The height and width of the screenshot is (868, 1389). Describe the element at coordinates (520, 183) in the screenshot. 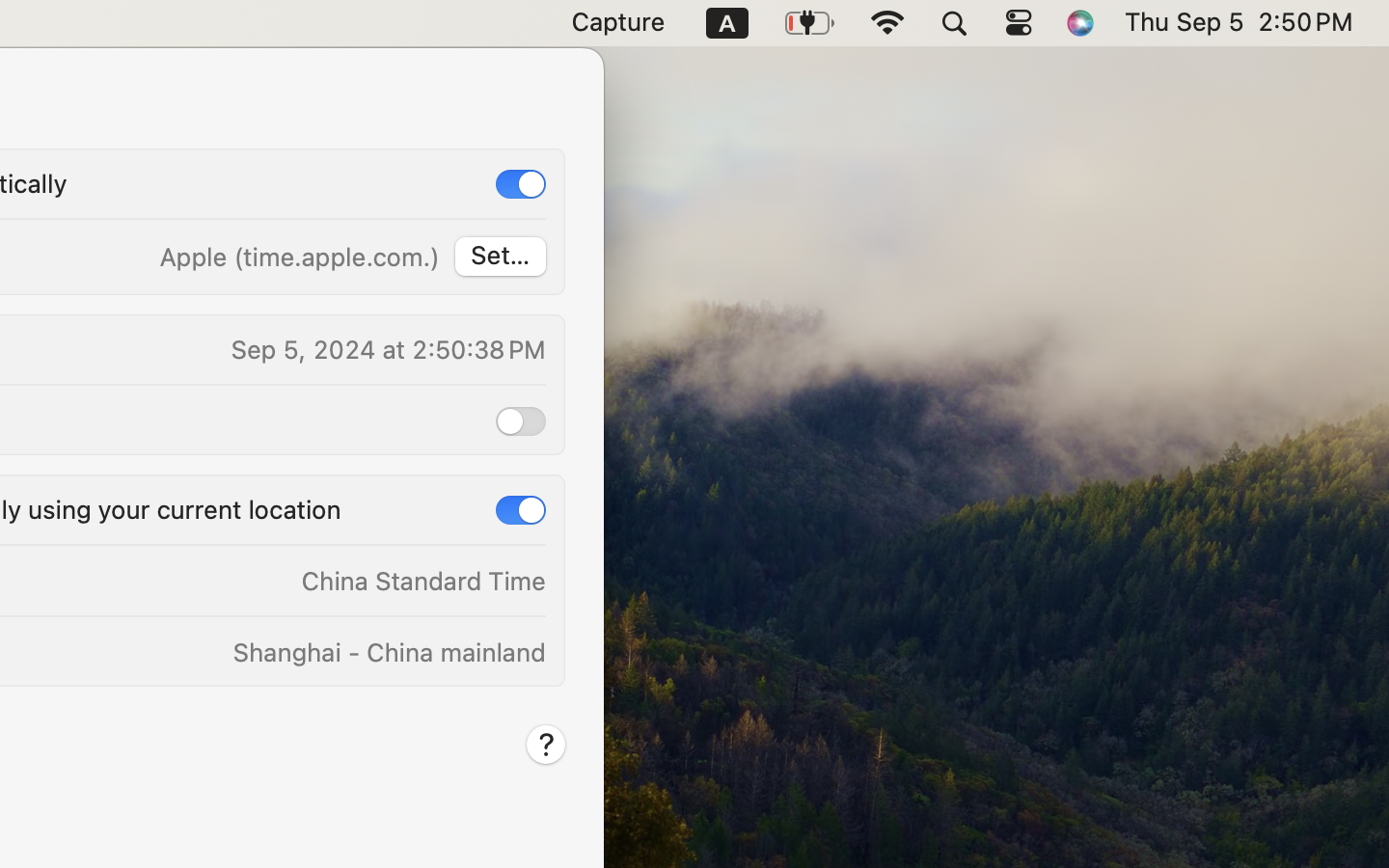

I see `'1'` at that location.